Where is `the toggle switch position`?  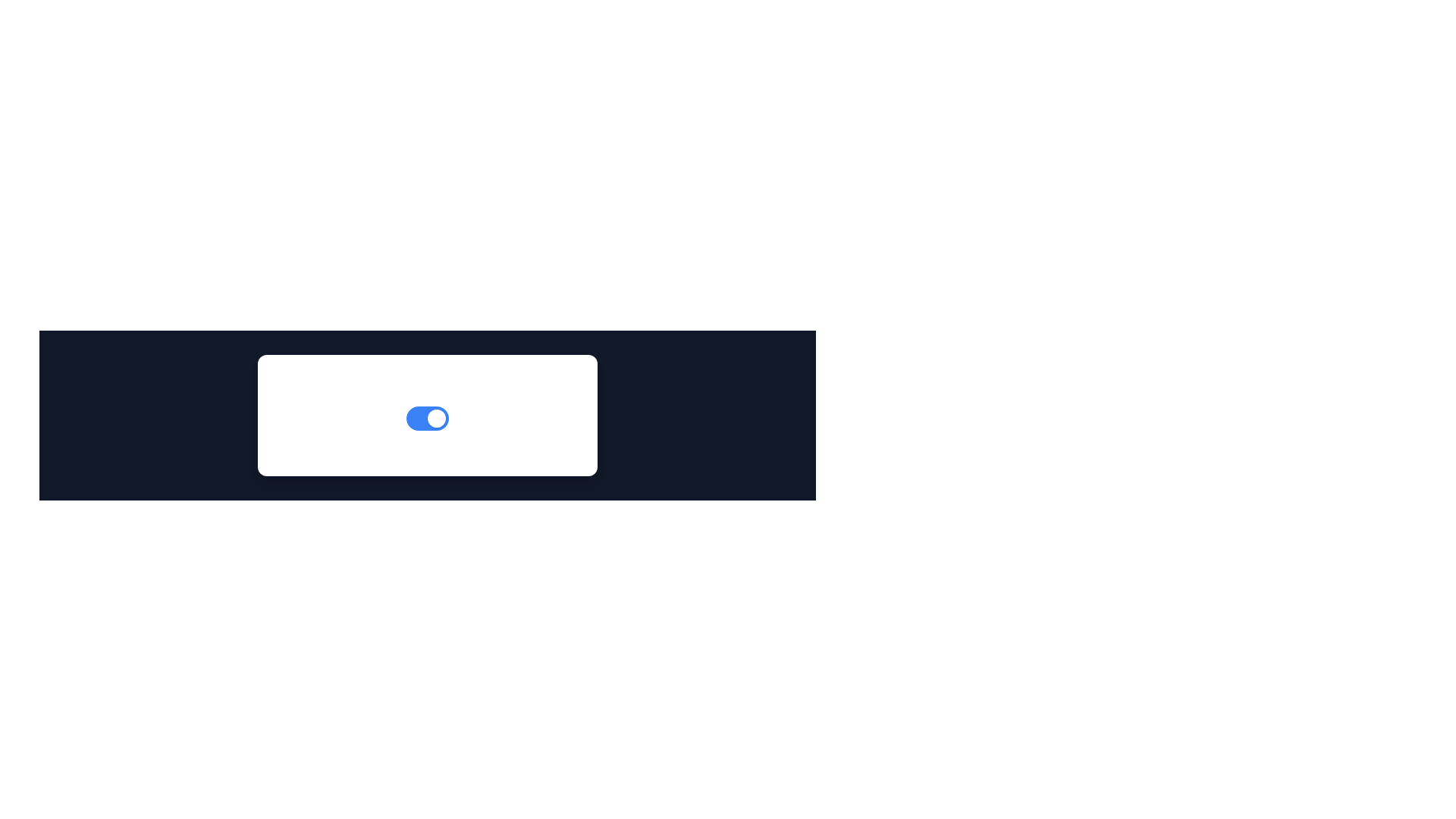
the toggle switch position is located at coordinates (439, 418).